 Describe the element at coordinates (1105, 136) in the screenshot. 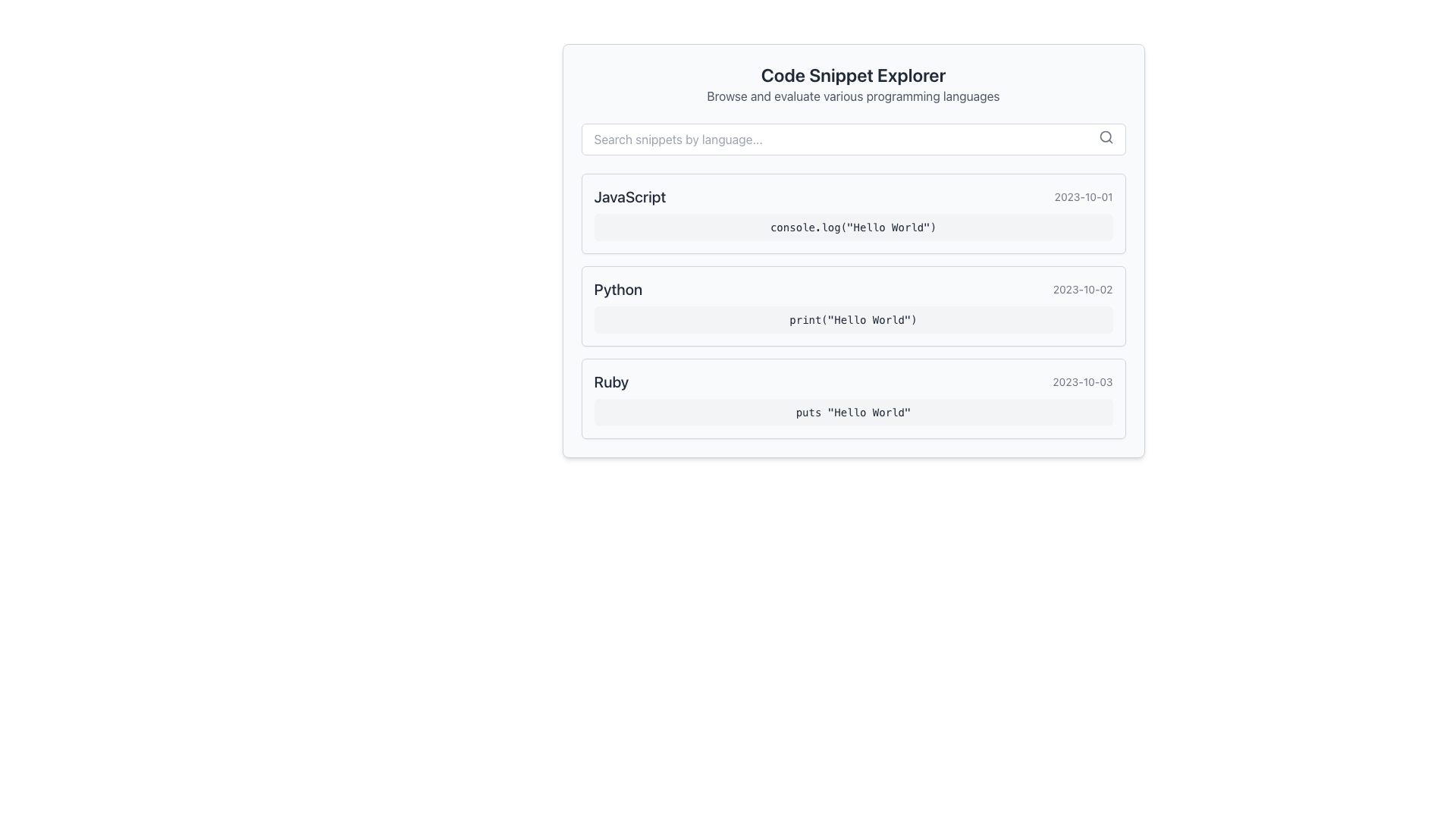

I see `the circular part of the SVG graphic that forms the search magnifying glass, which is located at the top-right corner of the application interface, adjacent to the search input field` at that location.